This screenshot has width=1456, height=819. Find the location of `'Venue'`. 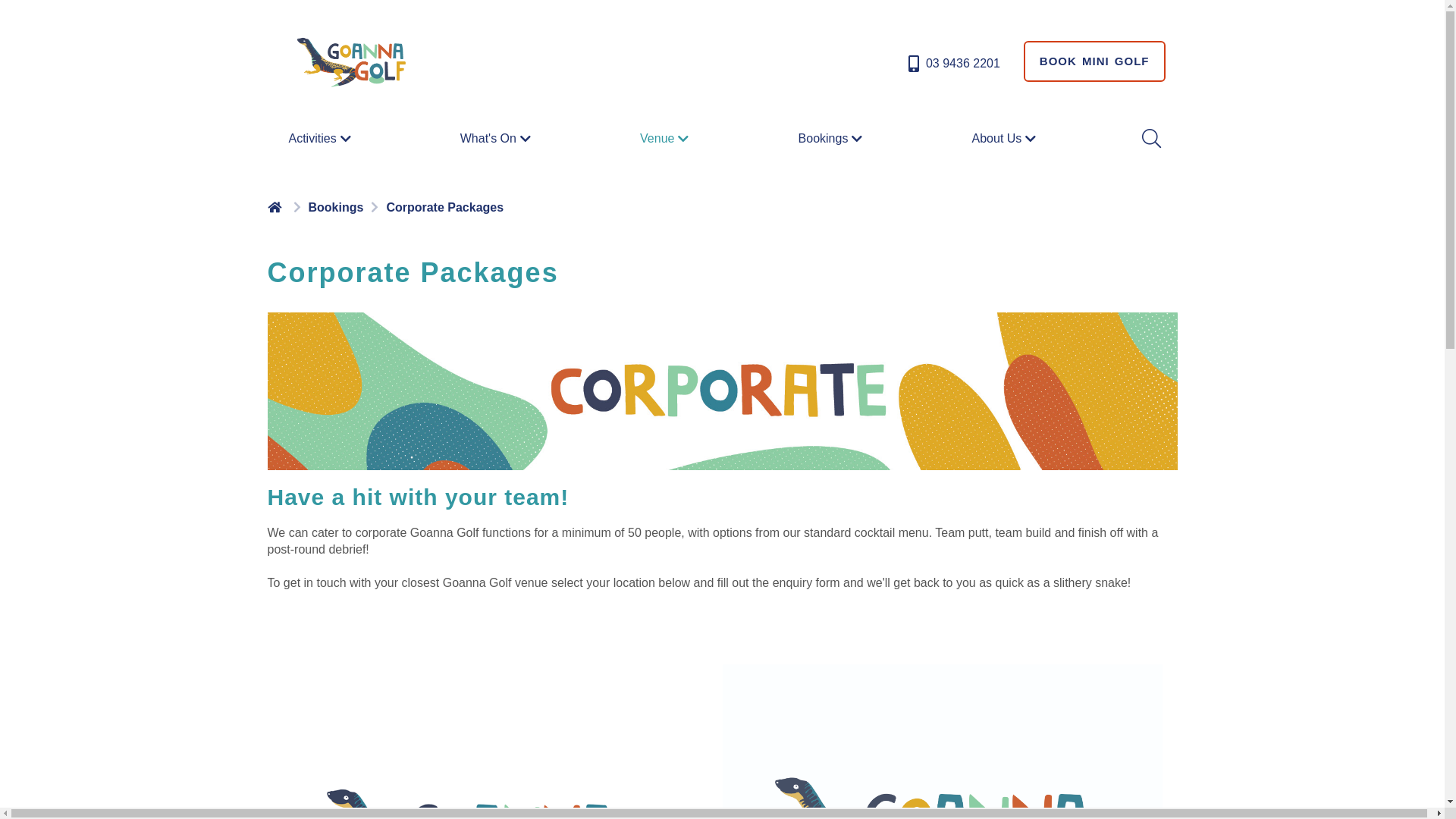

'Venue' is located at coordinates (666, 137).